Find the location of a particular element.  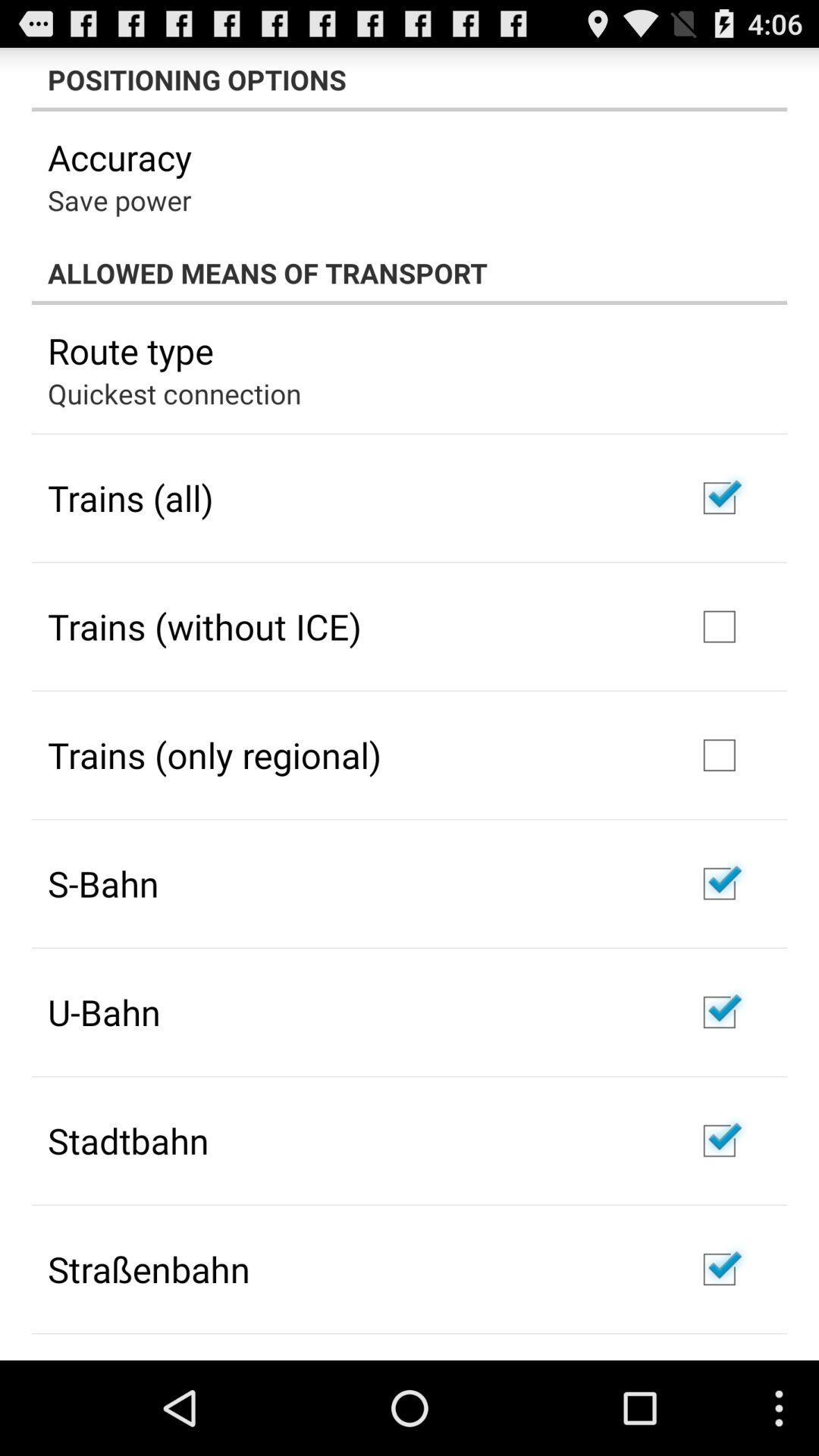

the accuracy app is located at coordinates (118, 157).